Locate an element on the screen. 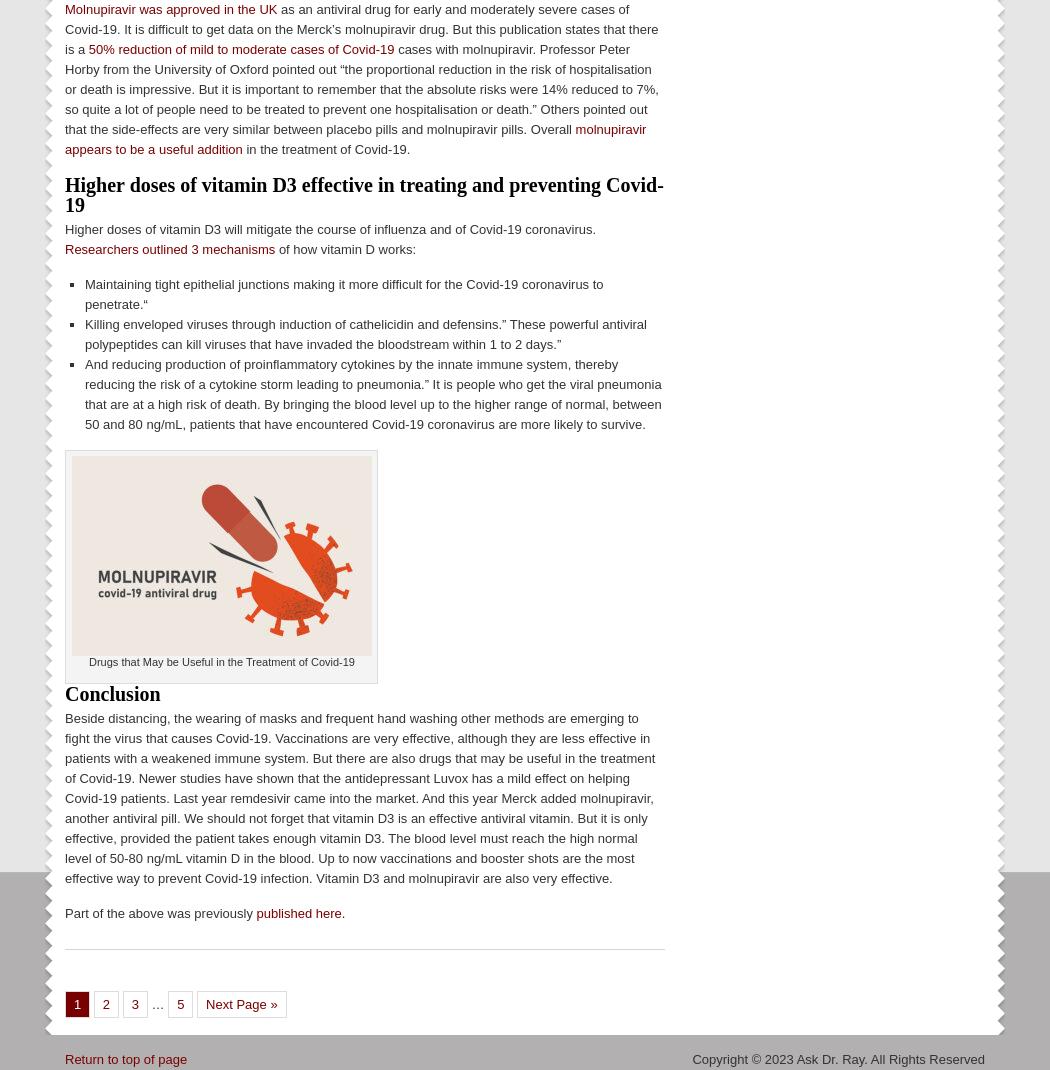 This screenshot has height=1070, width=1050. 'Maintaining tight epithelial junctions making it more difficult for the Covid-19 coronavirus to penetrate.“' is located at coordinates (342, 293).